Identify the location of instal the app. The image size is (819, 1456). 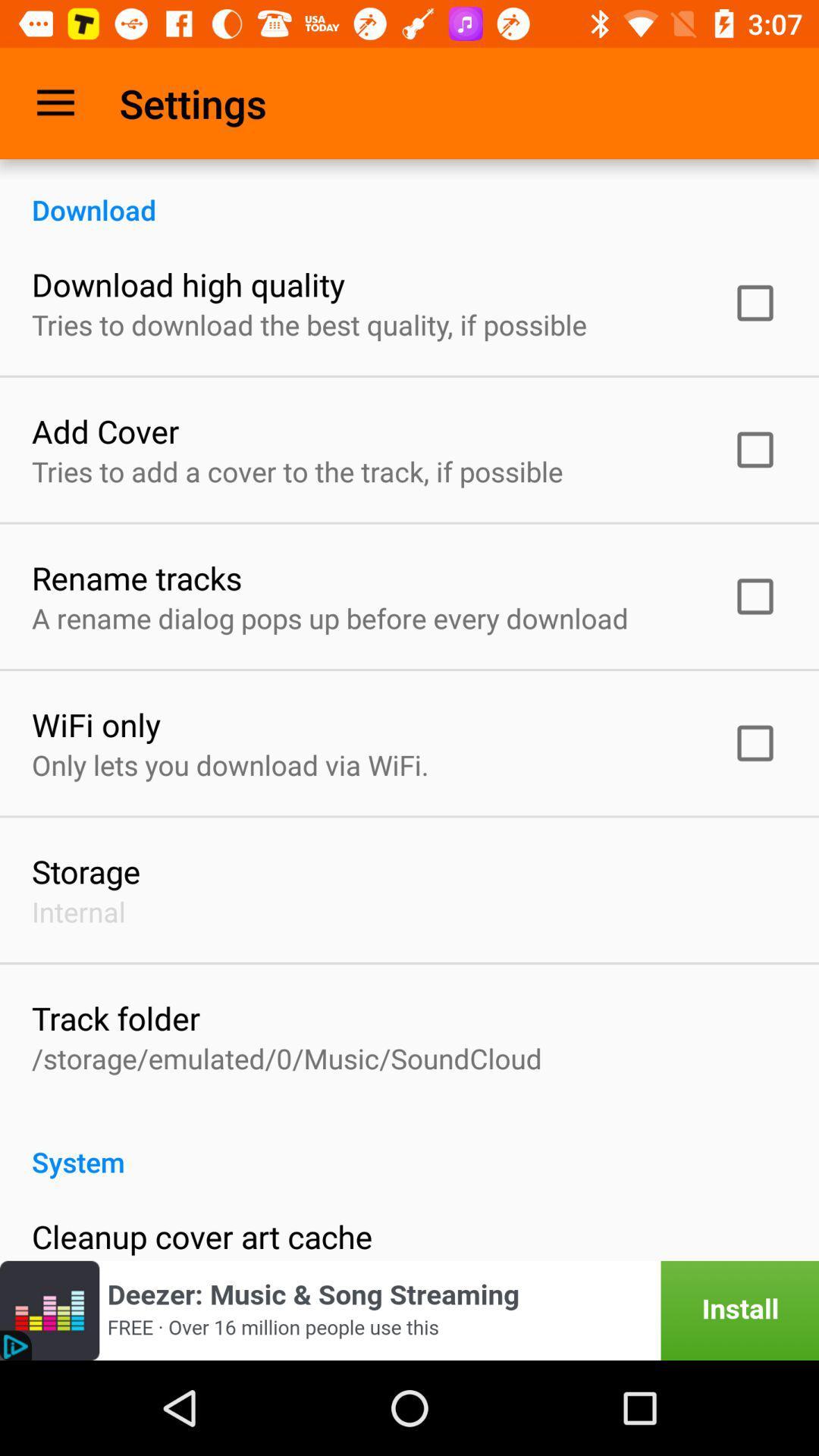
(409, 1310).